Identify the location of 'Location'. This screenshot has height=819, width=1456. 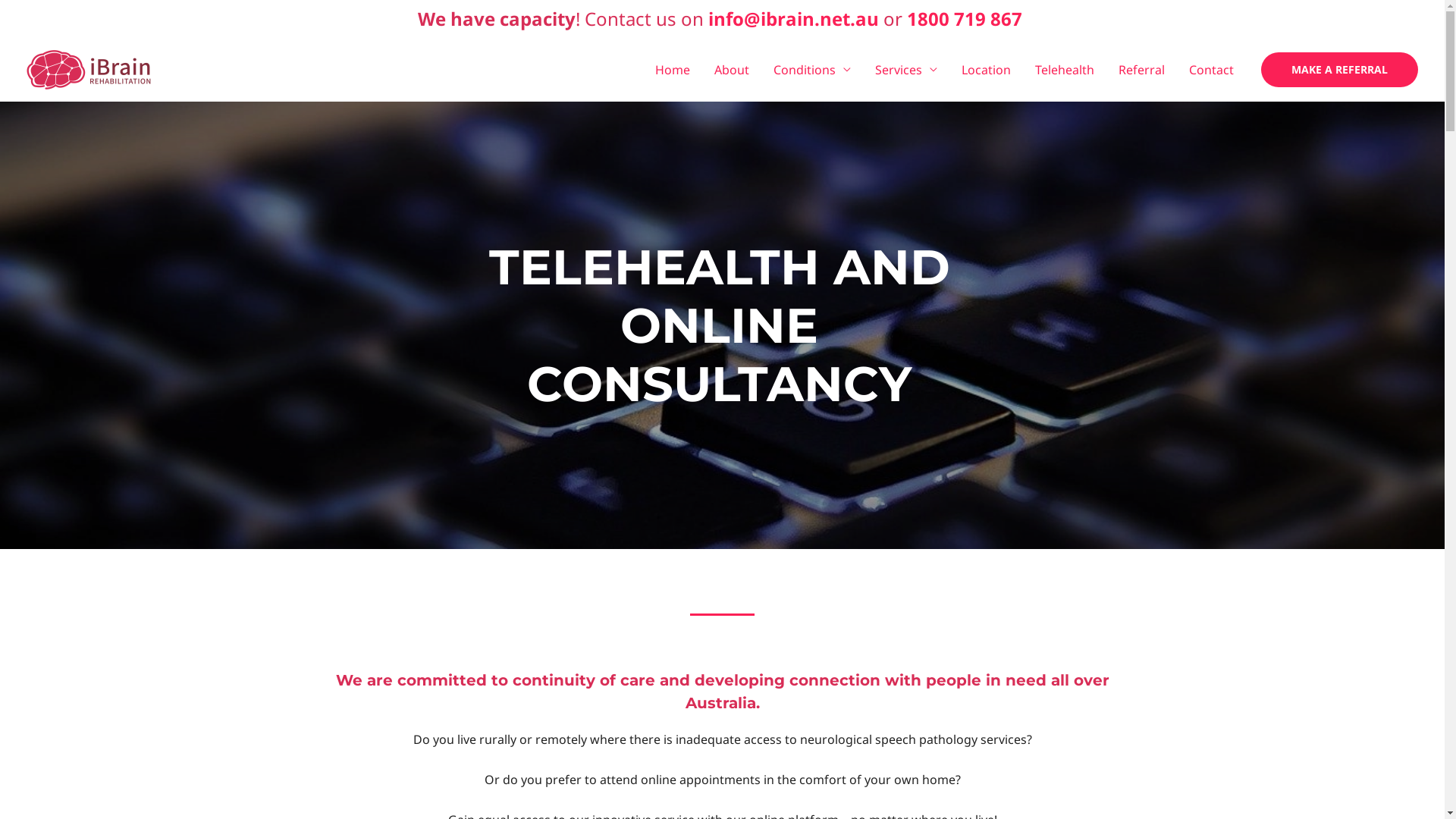
(986, 70).